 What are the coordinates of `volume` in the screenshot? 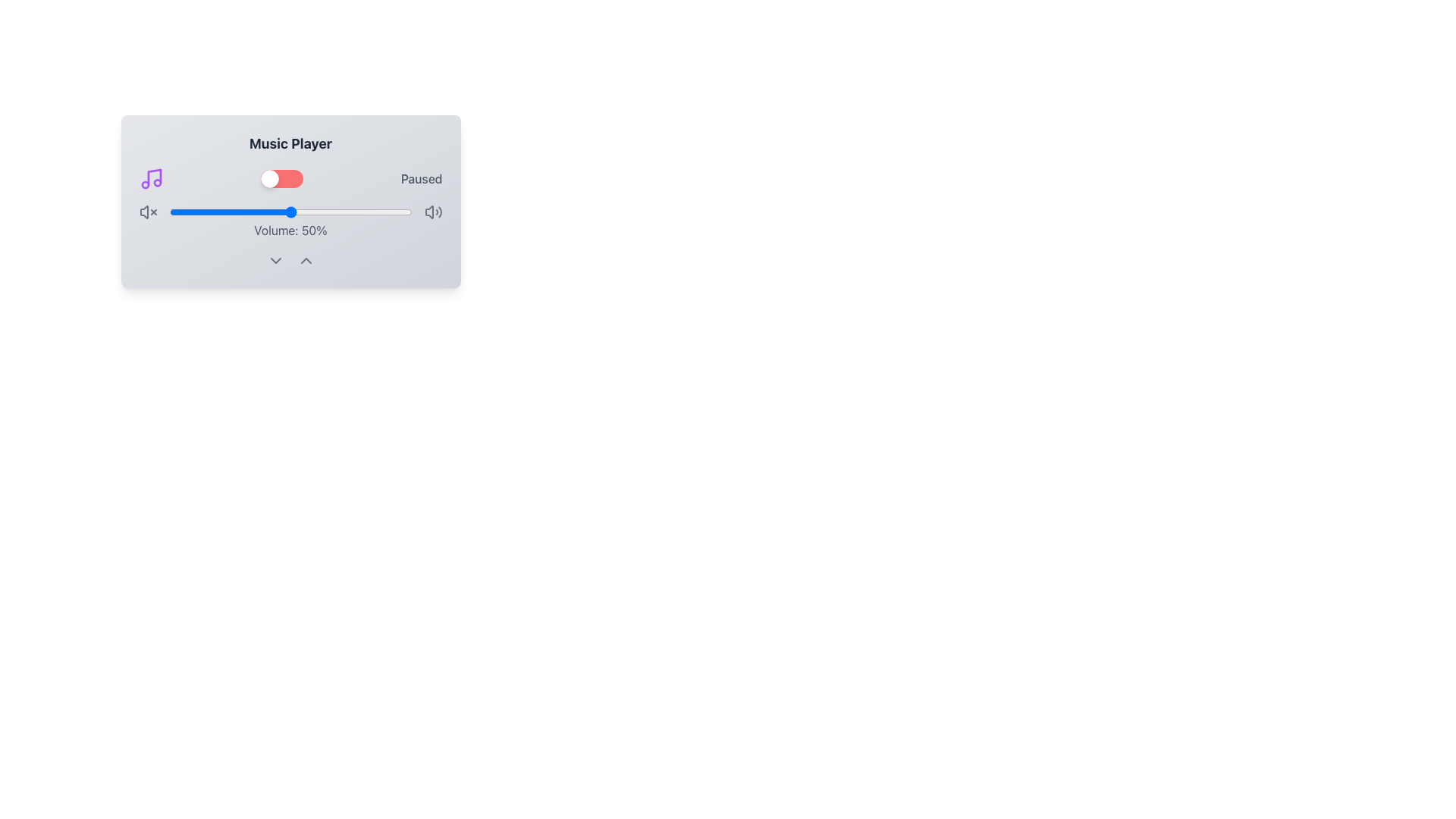 It's located at (229, 212).